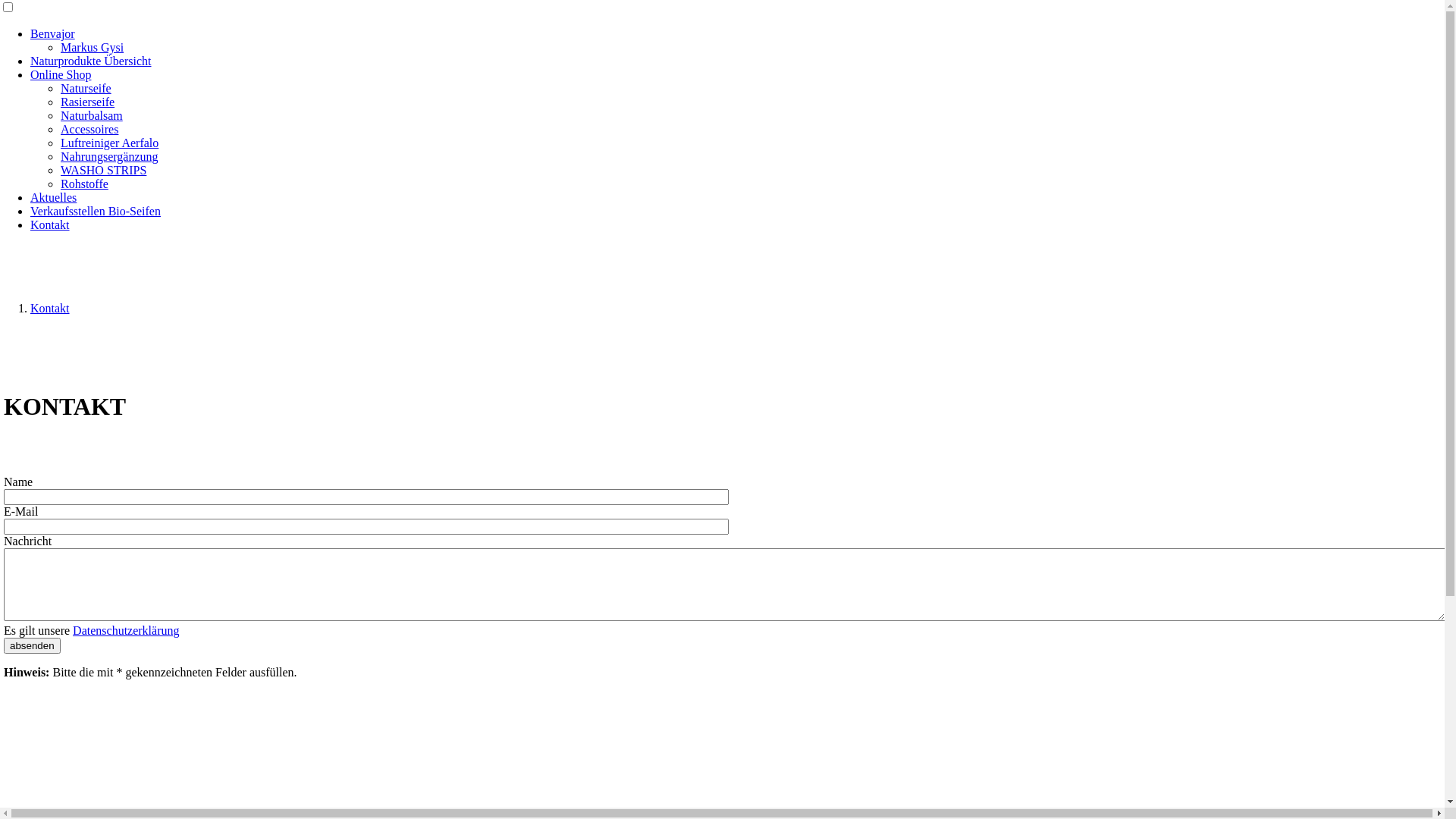 The image size is (1456, 819). What do you see at coordinates (86, 102) in the screenshot?
I see `'Rasierseife'` at bounding box center [86, 102].